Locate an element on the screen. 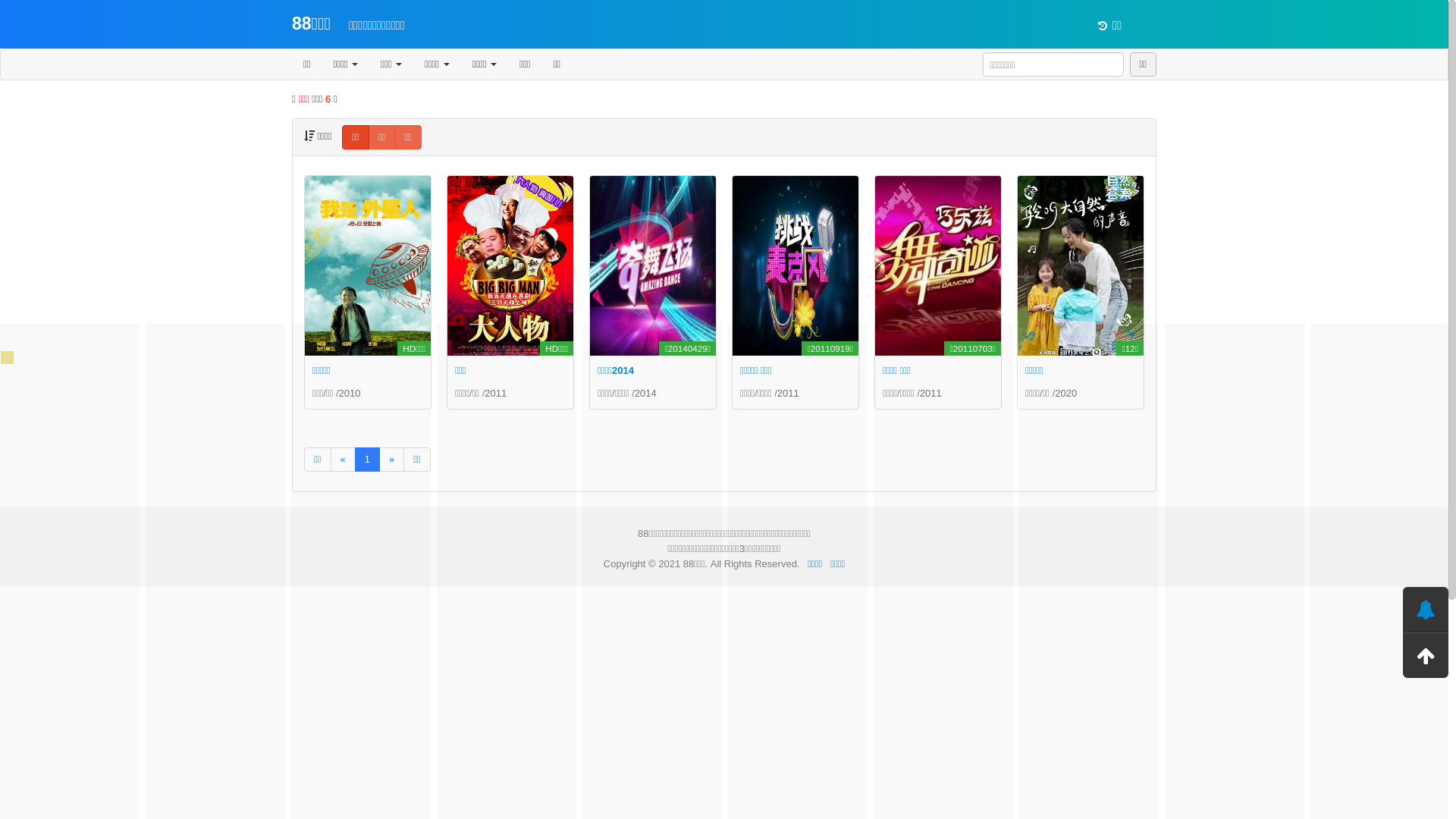 Image resolution: width=1456 pixels, height=819 pixels. '2014' is located at coordinates (645, 392).